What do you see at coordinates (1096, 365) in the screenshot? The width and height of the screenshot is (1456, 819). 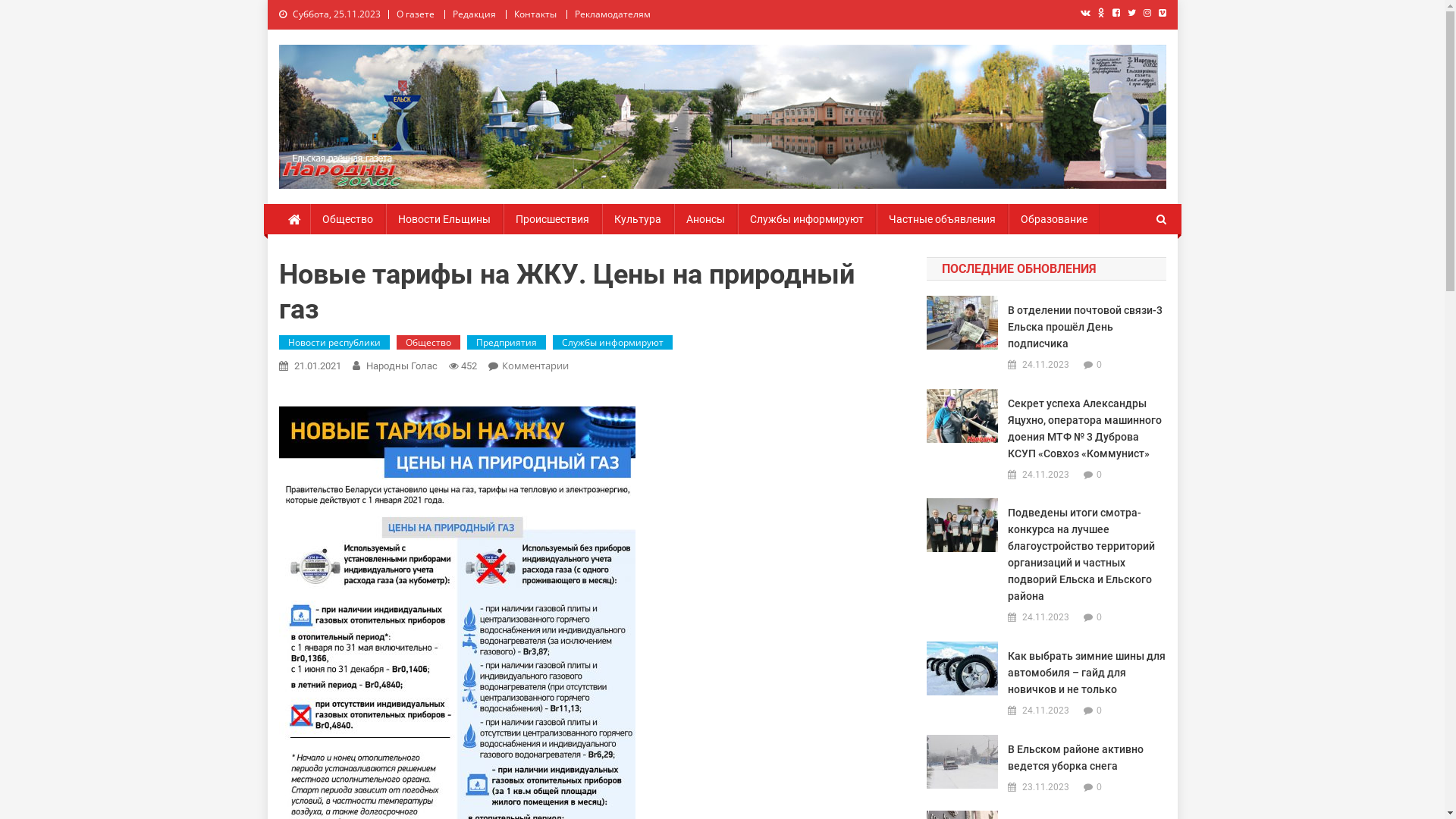 I see `'0'` at bounding box center [1096, 365].